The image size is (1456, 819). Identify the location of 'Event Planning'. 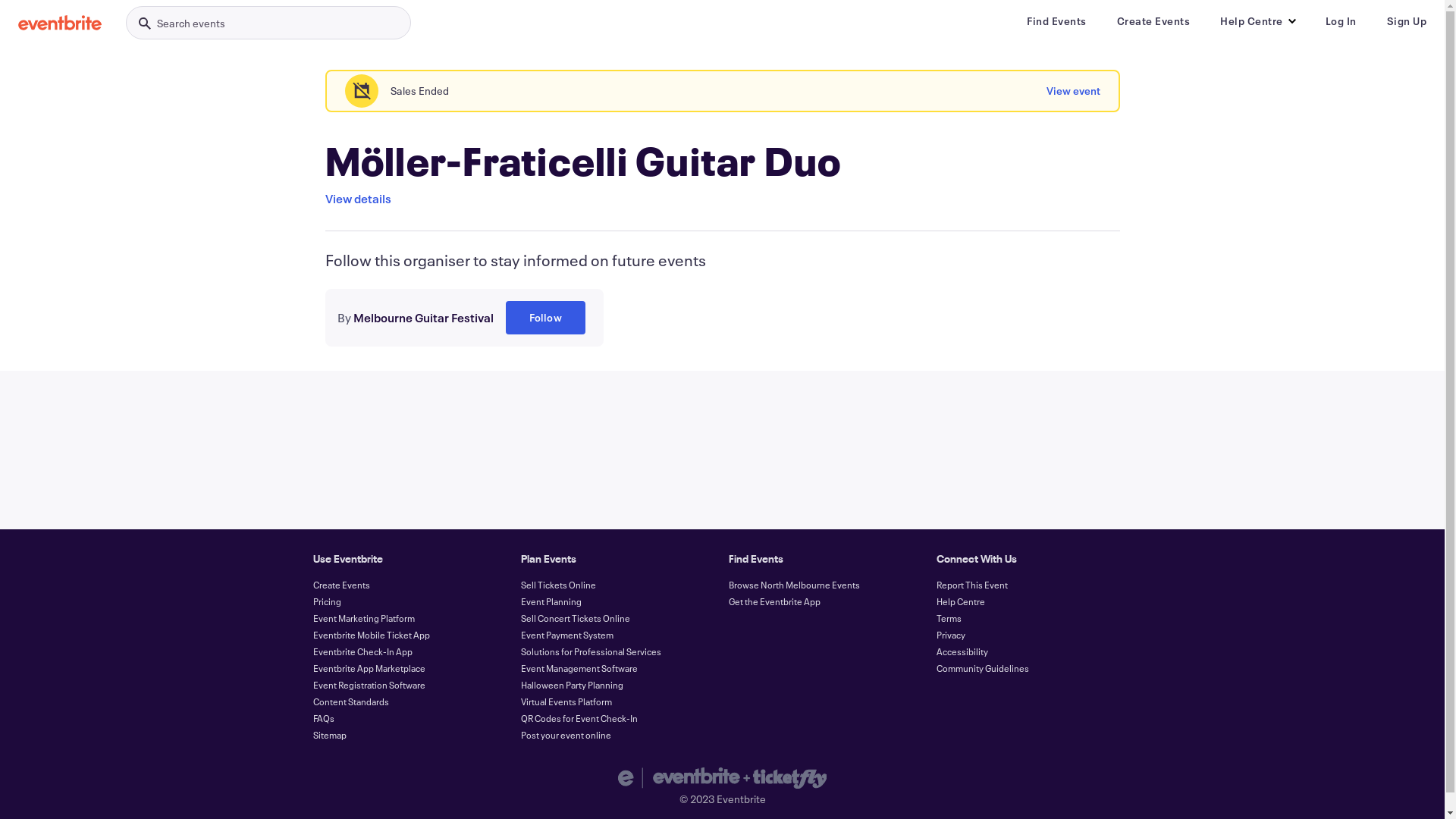
(549, 601).